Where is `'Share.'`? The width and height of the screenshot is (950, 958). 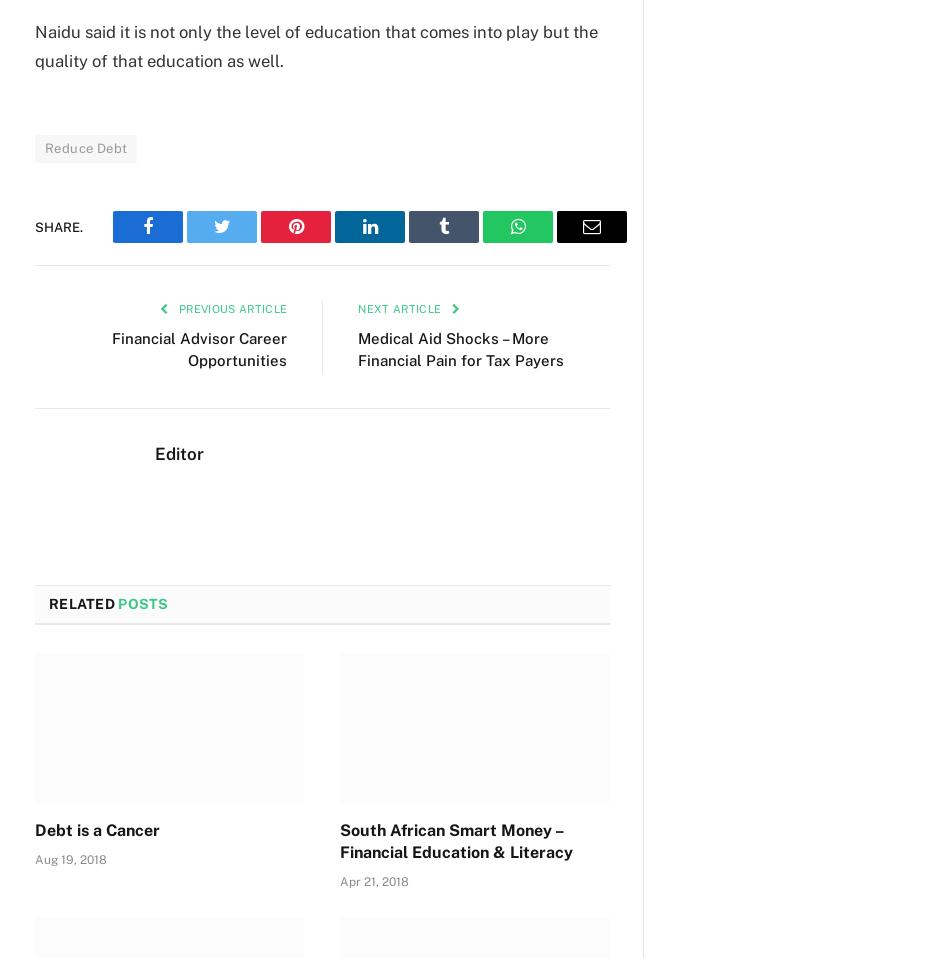 'Share.' is located at coordinates (58, 225).